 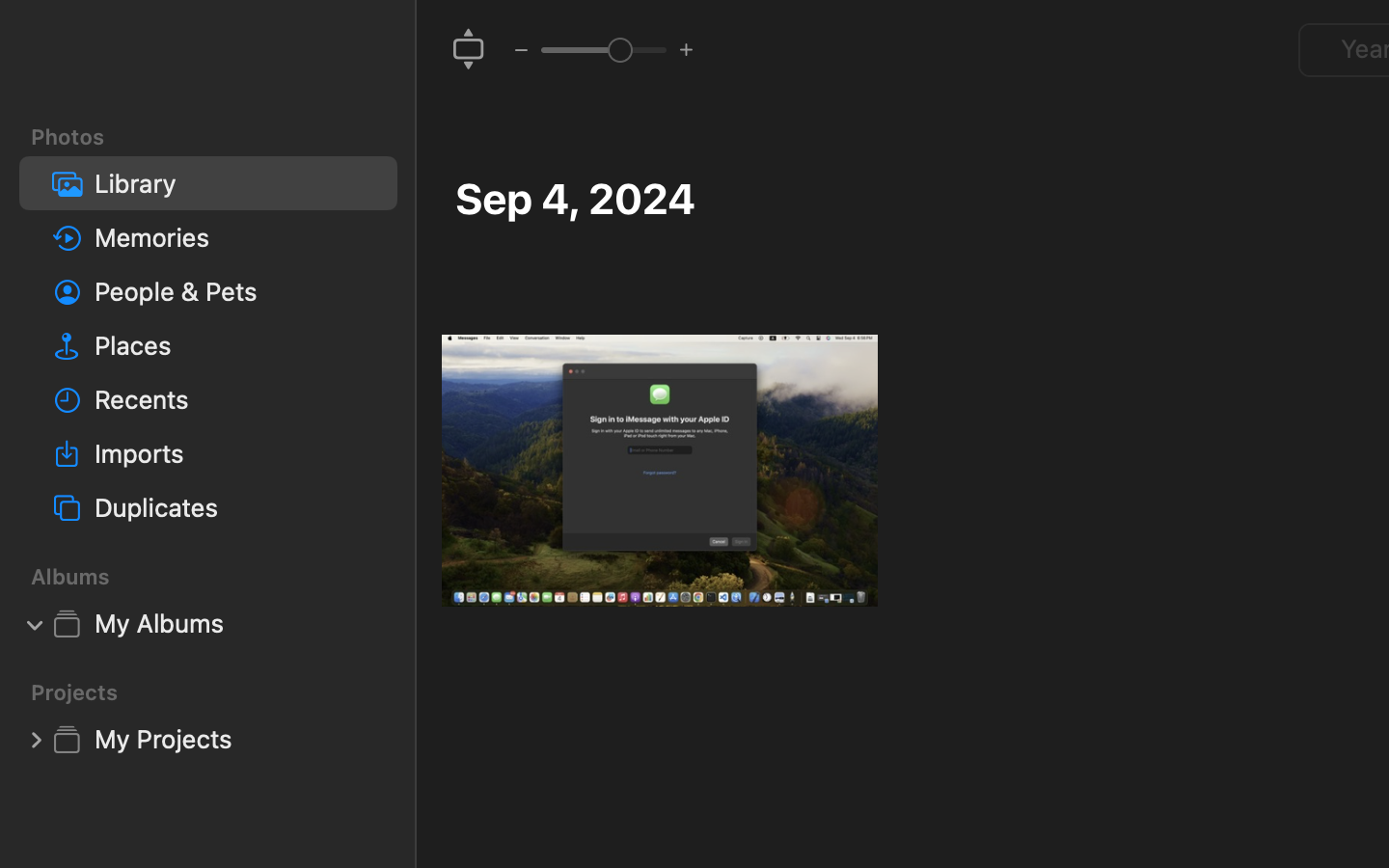 I want to click on 'Imports', so click(x=236, y=451).